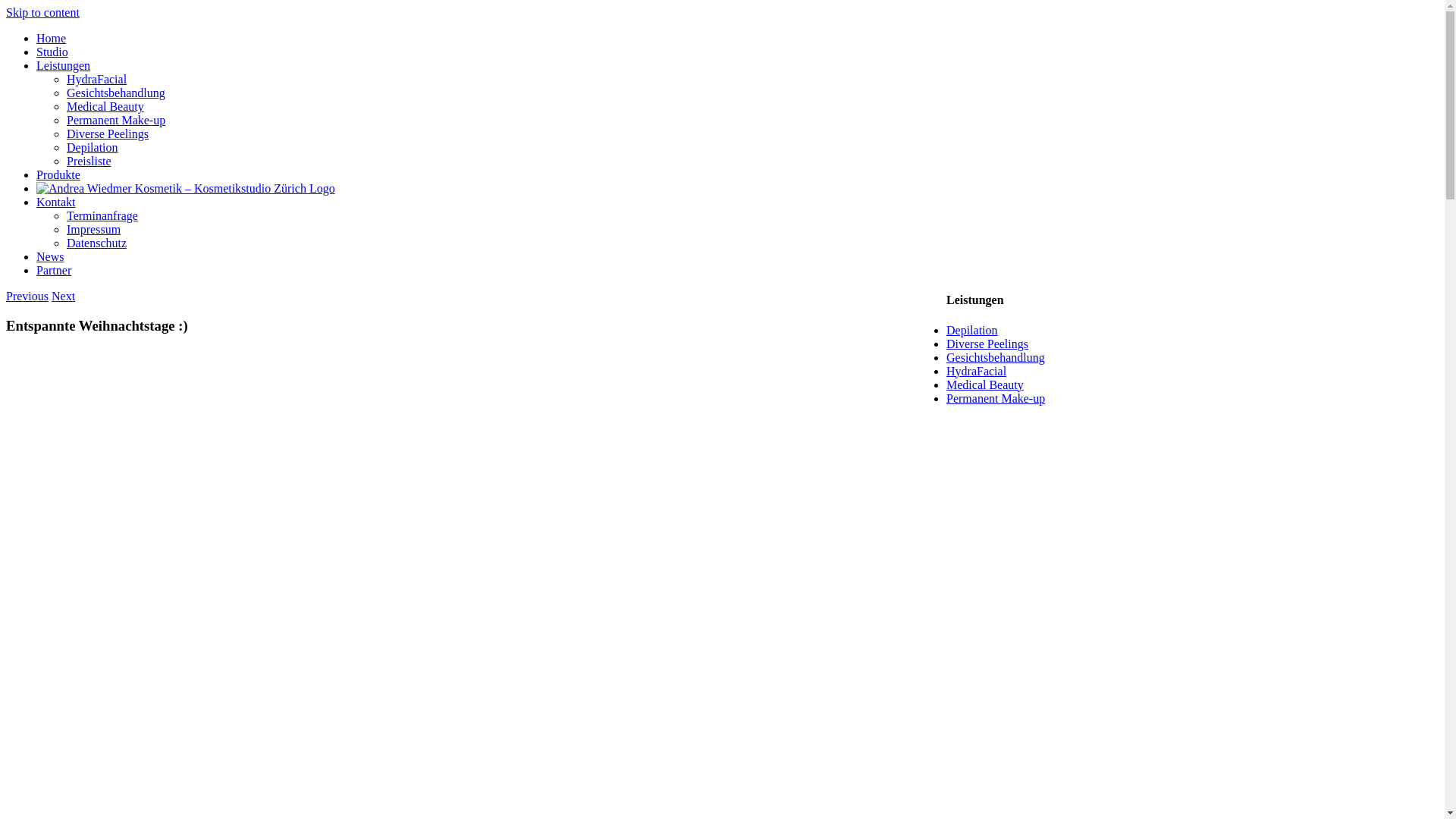 The width and height of the screenshot is (1456, 819). Describe the element at coordinates (107, 133) in the screenshot. I see `'Diverse Peelings'` at that location.